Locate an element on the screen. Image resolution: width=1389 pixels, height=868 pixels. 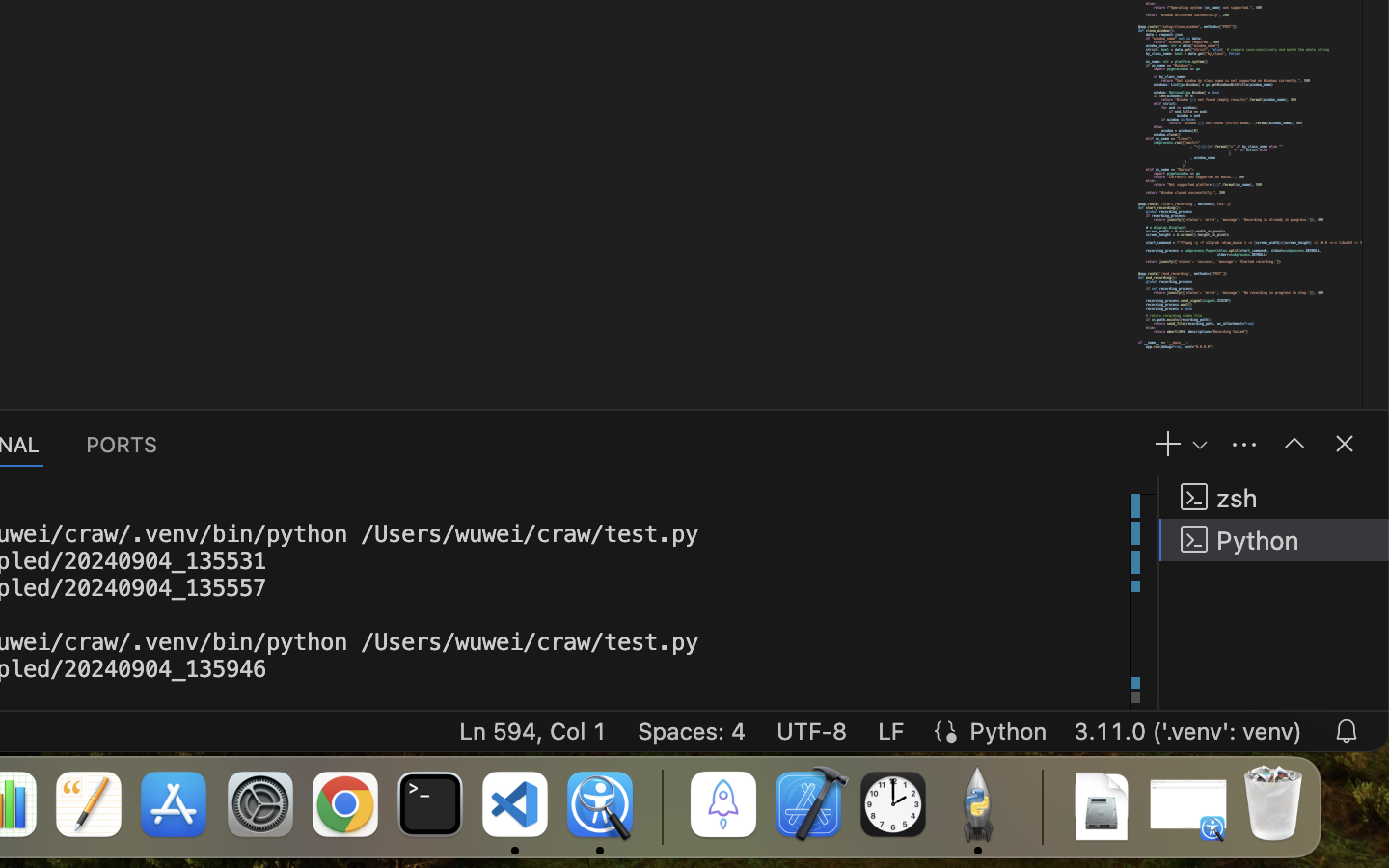
'Python ' is located at coordinates (1273, 538).